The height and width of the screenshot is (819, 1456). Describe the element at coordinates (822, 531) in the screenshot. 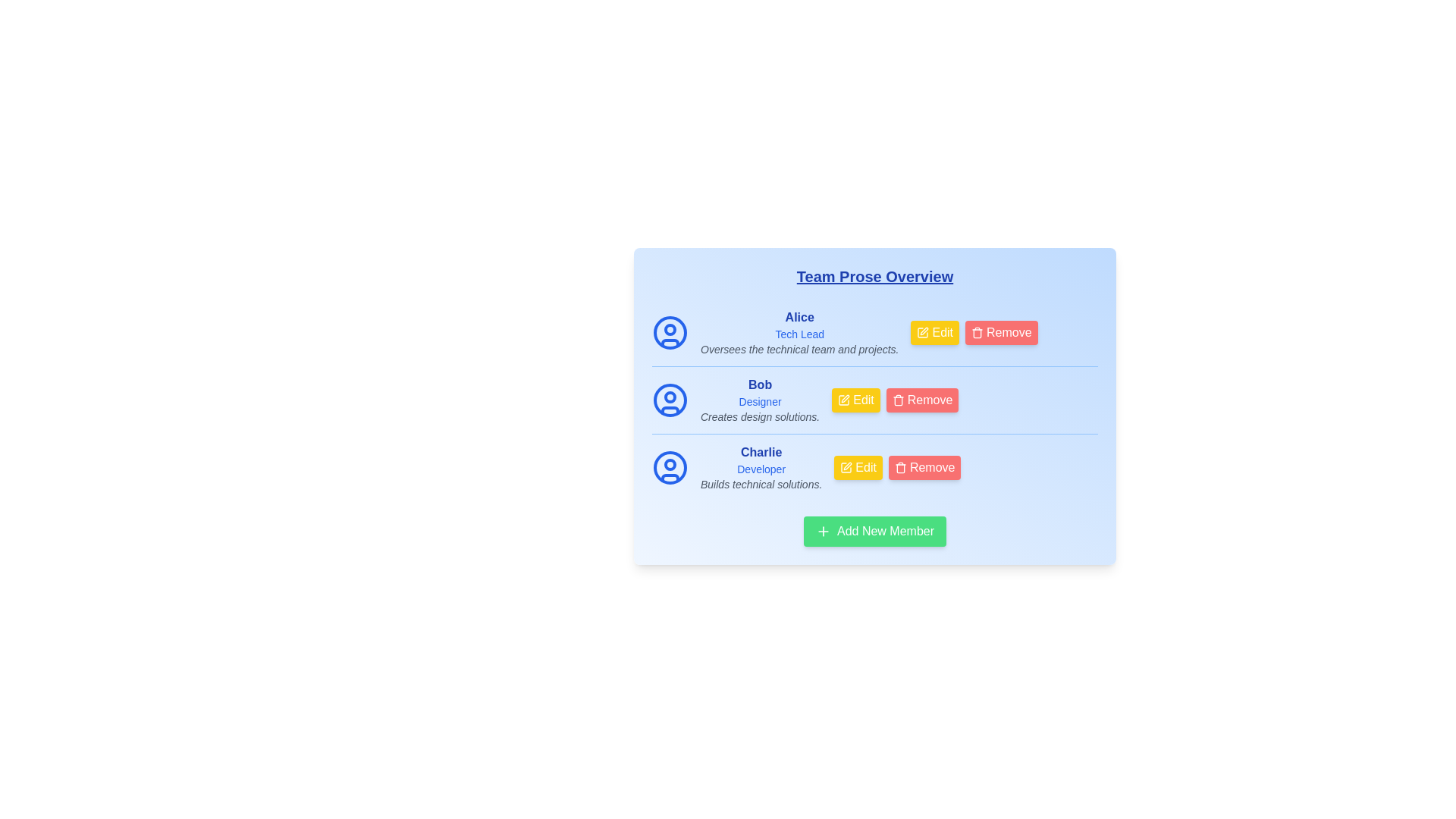

I see `the 'Add' SVG icon within the 'Add New Member' button to potentially reveal tooltip information` at that location.